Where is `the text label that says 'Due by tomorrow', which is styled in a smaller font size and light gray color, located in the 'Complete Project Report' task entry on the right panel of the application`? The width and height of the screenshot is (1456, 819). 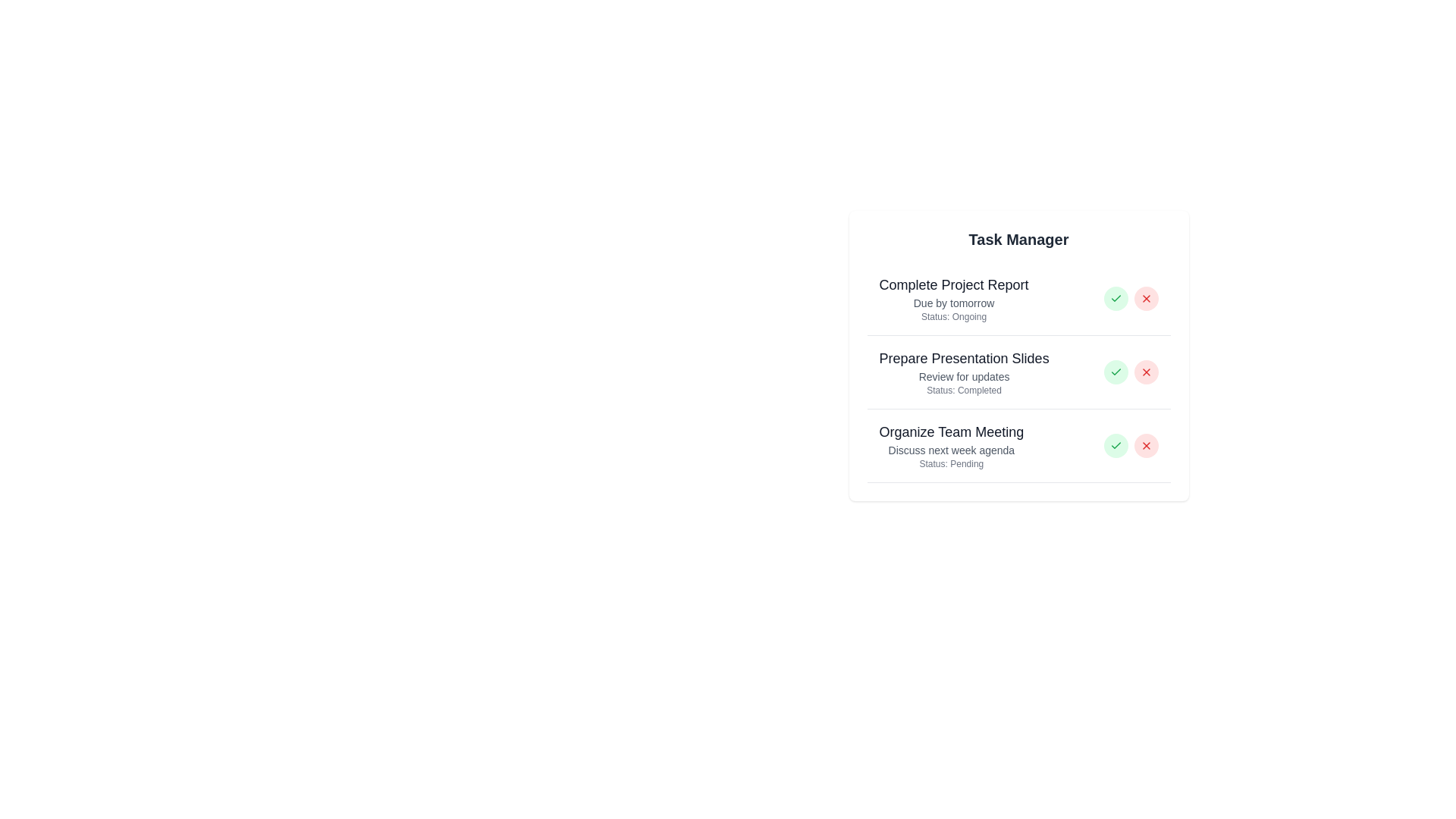 the text label that says 'Due by tomorrow', which is styled in a smaller font size and light gray color, located in the 'Complete Project Report' task entry on the right panel of the application is located at coordinates (952, 303).